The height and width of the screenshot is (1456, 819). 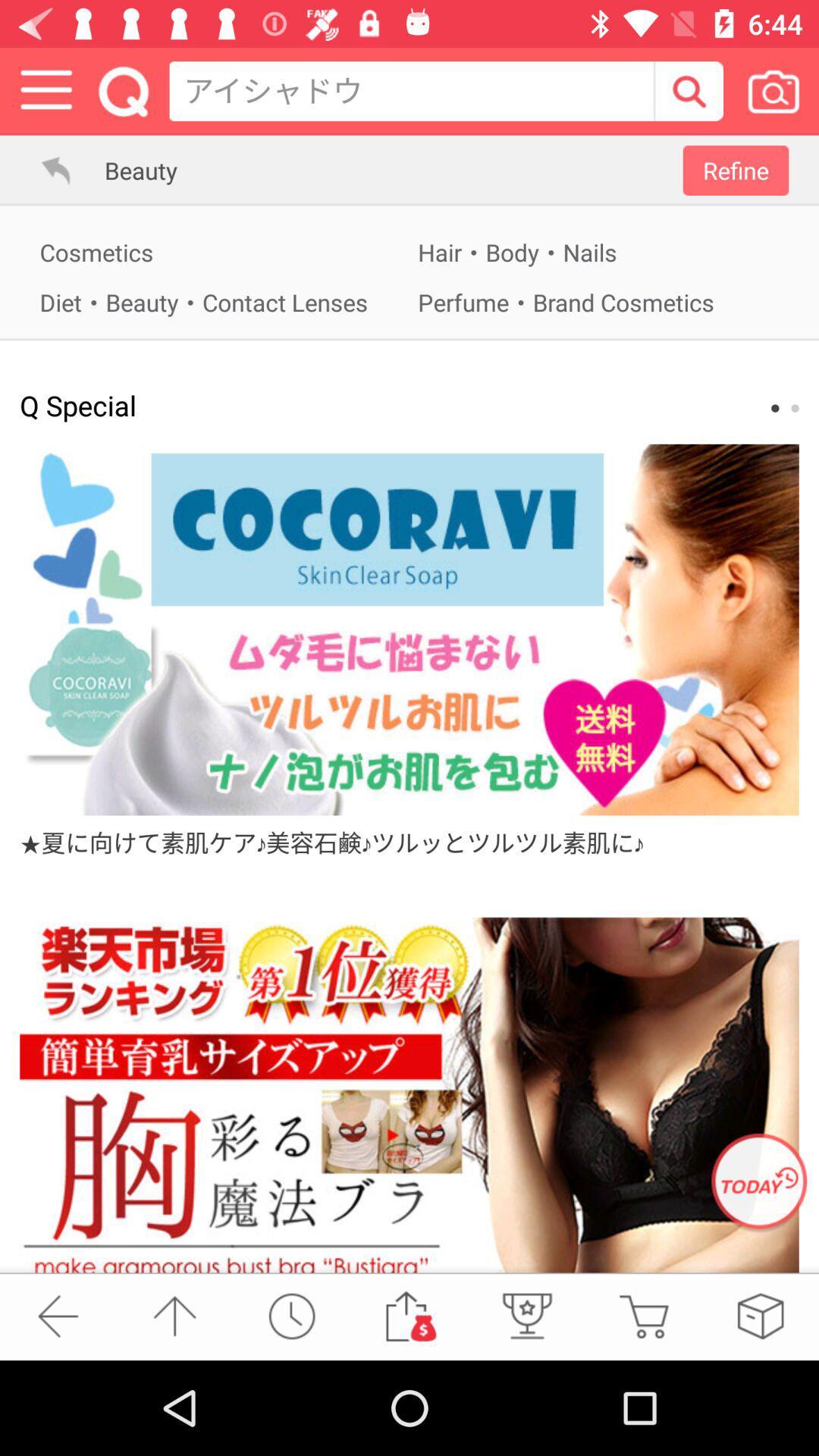 What do you see at coordinates (45, 90) in the screenshot?
I see `menu button` at bounding box center [45, 90].